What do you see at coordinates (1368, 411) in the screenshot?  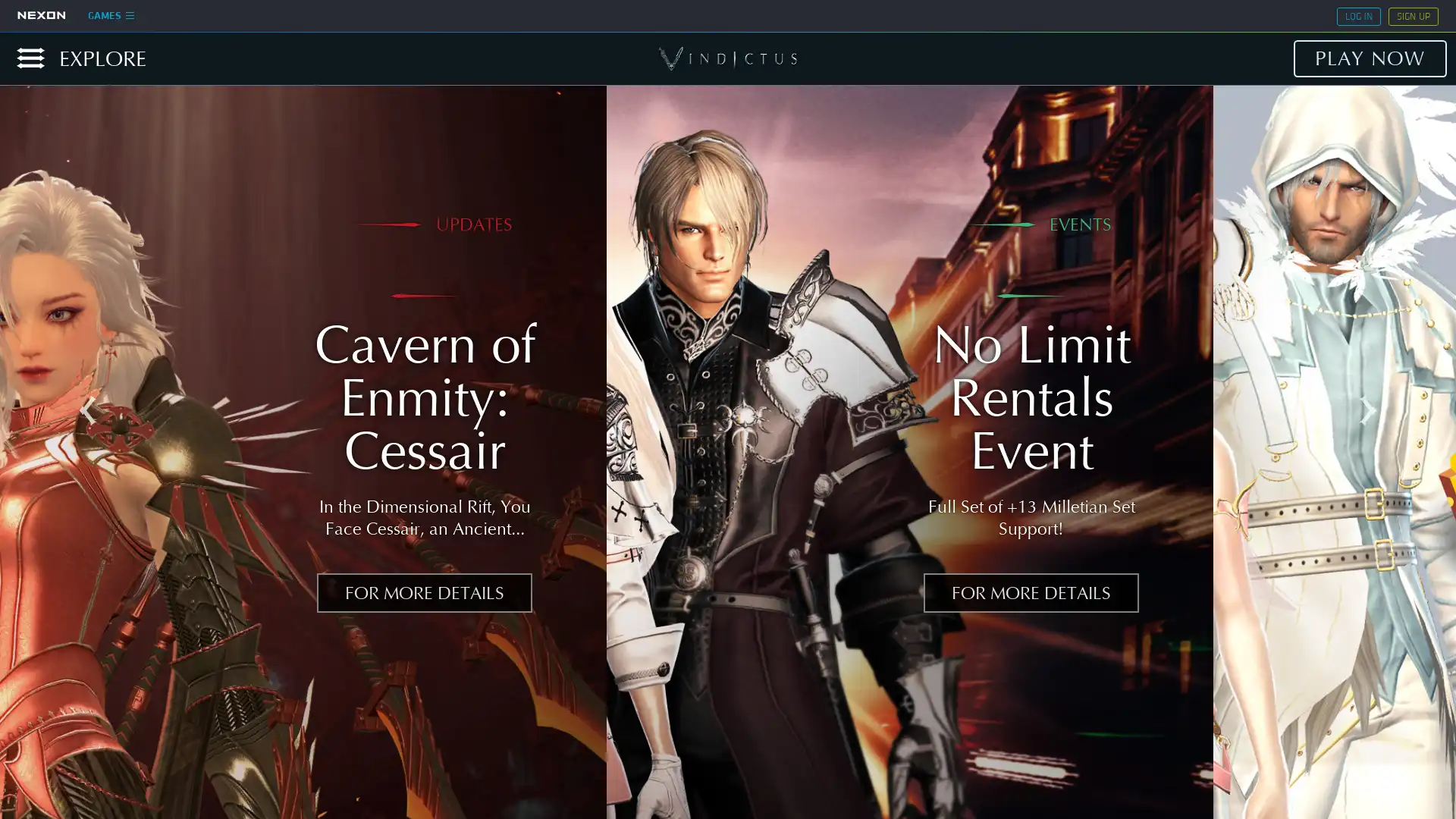 I see `Next` at bounding box center [1368, 411].